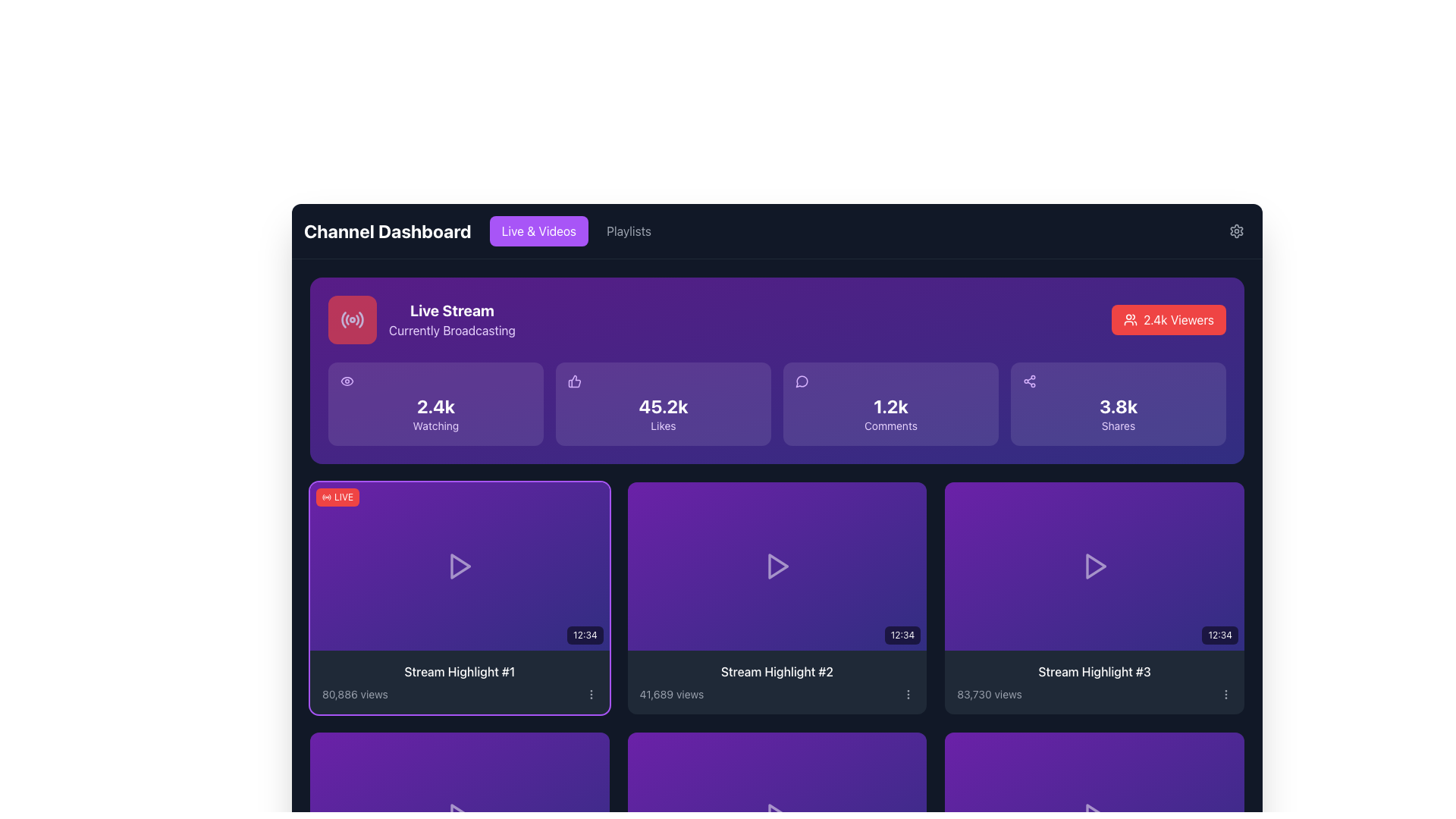  I want to click on the duration indicator label located at the bottom-right corner of the third tile in the grid, which shows the length of the associated video or stream, so click(1220, 635).